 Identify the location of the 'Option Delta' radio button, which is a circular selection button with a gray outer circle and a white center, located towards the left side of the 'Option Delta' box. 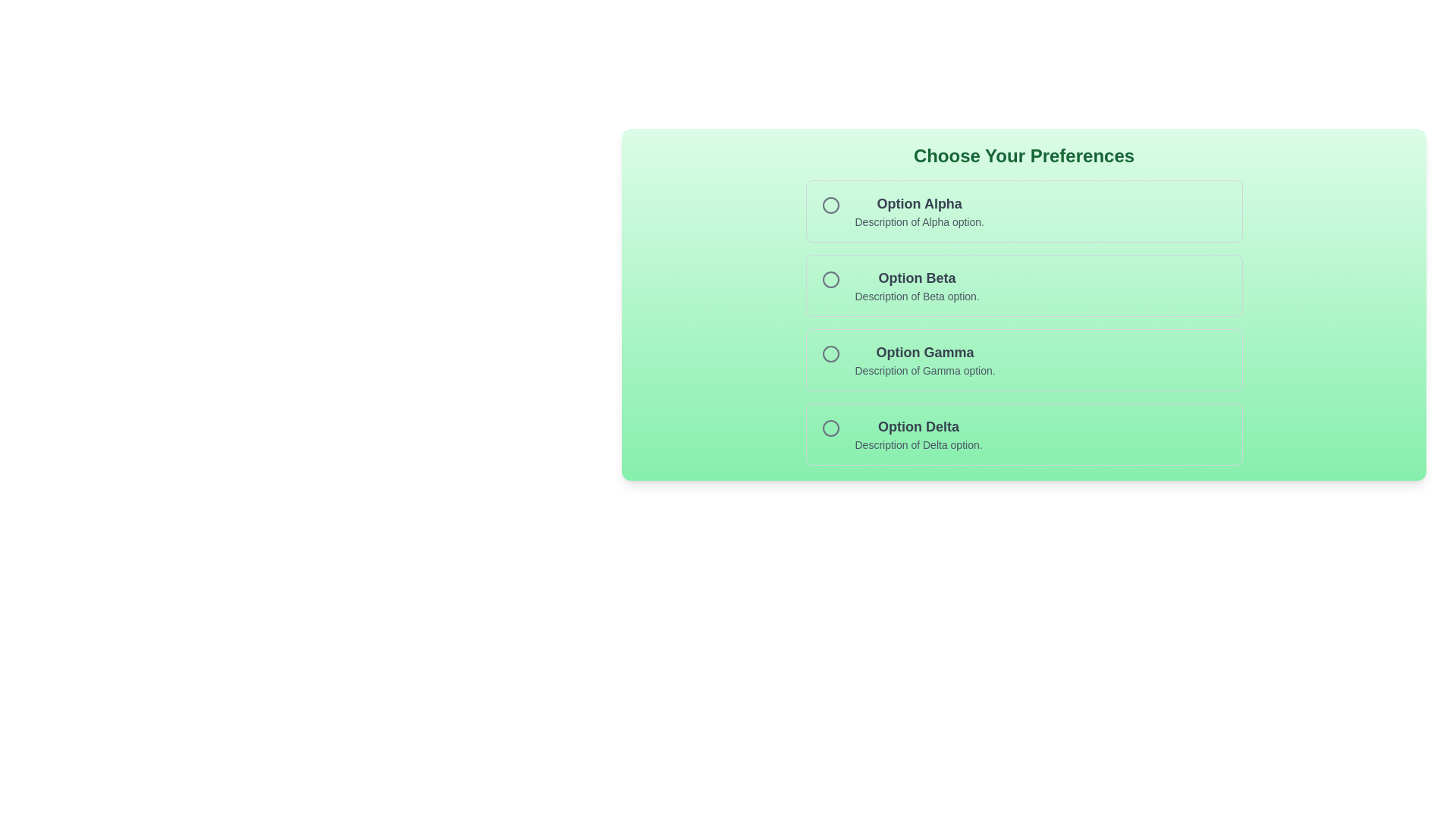
(830, 428).